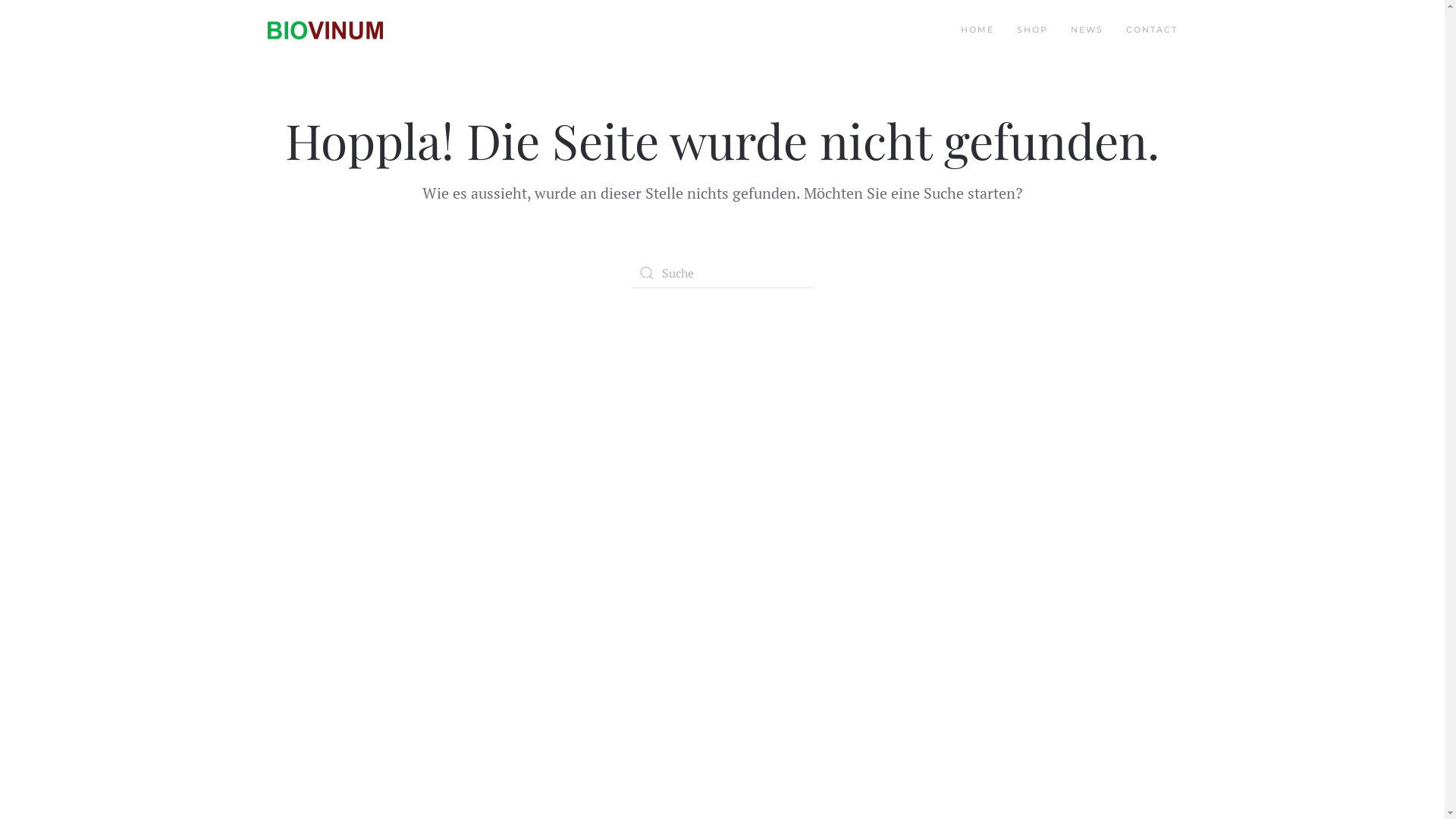 The image size is (1456, 819). Describe the element at coordinates (1069, 30) in the screenshot. I see `'NEWS'` at that location.